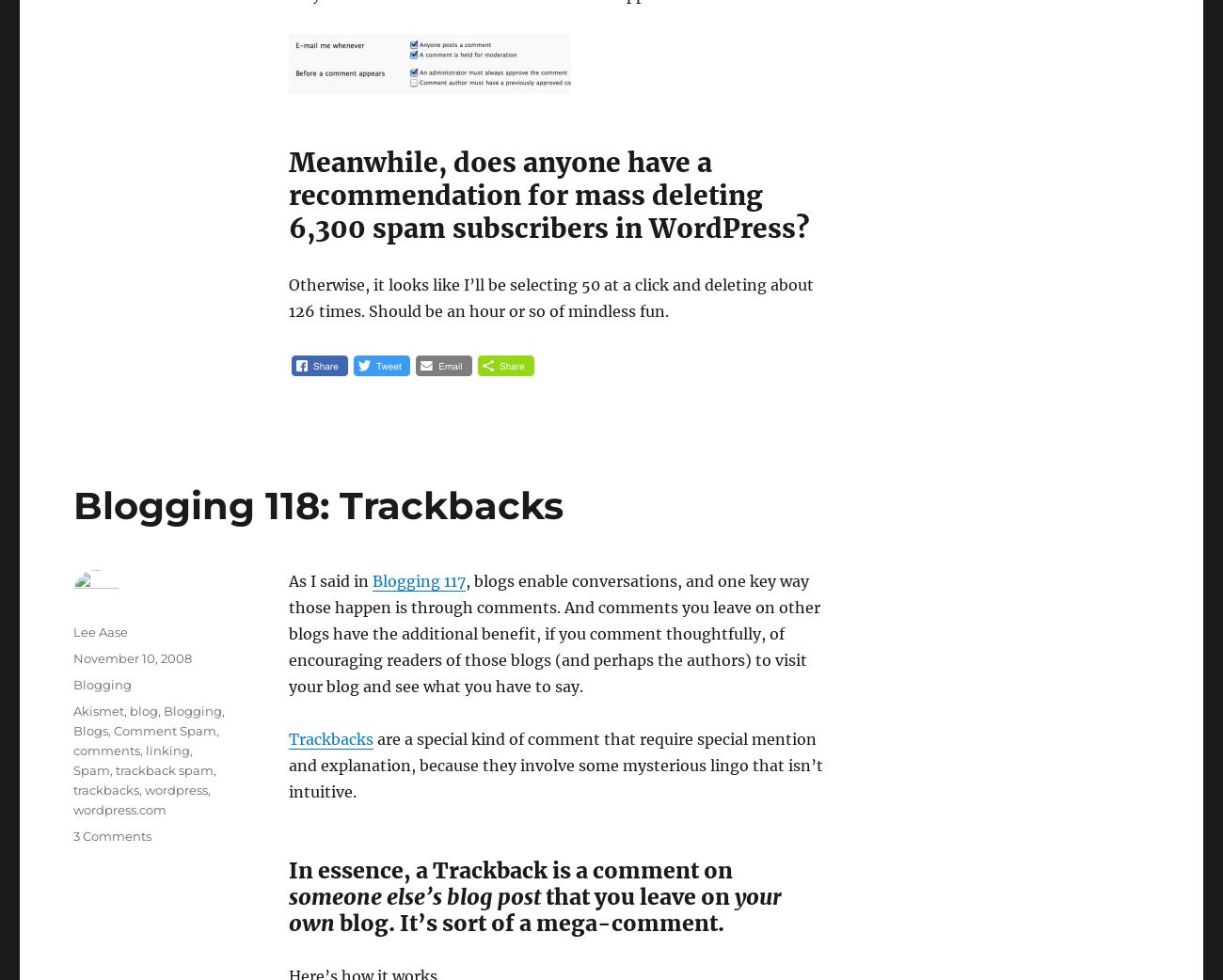  I want to click on 'your own', so click(532, 909).